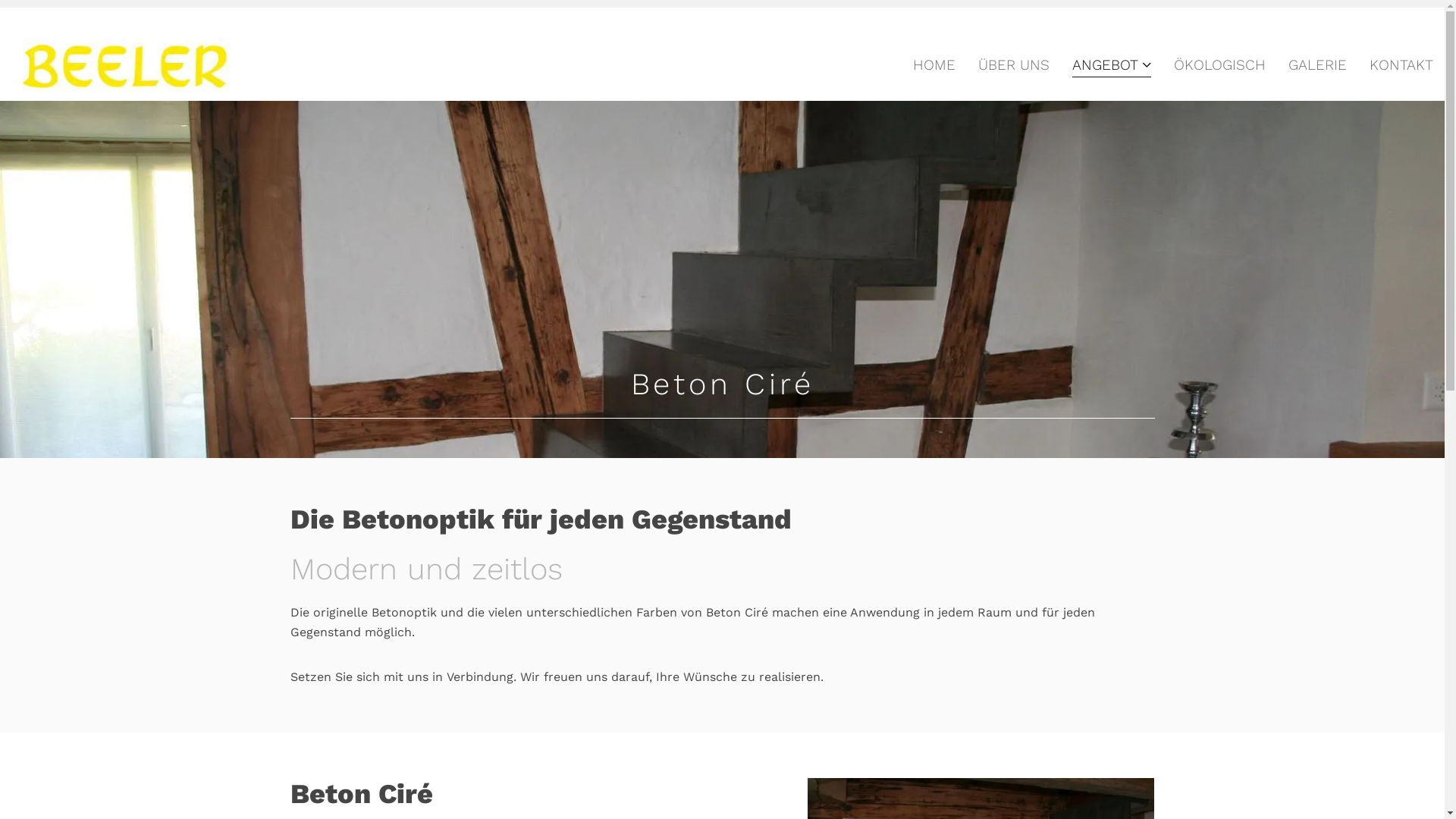 Image resolution: width=1456 pixels, height=819 pixels. Describe the element at coordinates (934, 63) in the screenshot. I see `'HOME'` at that location.